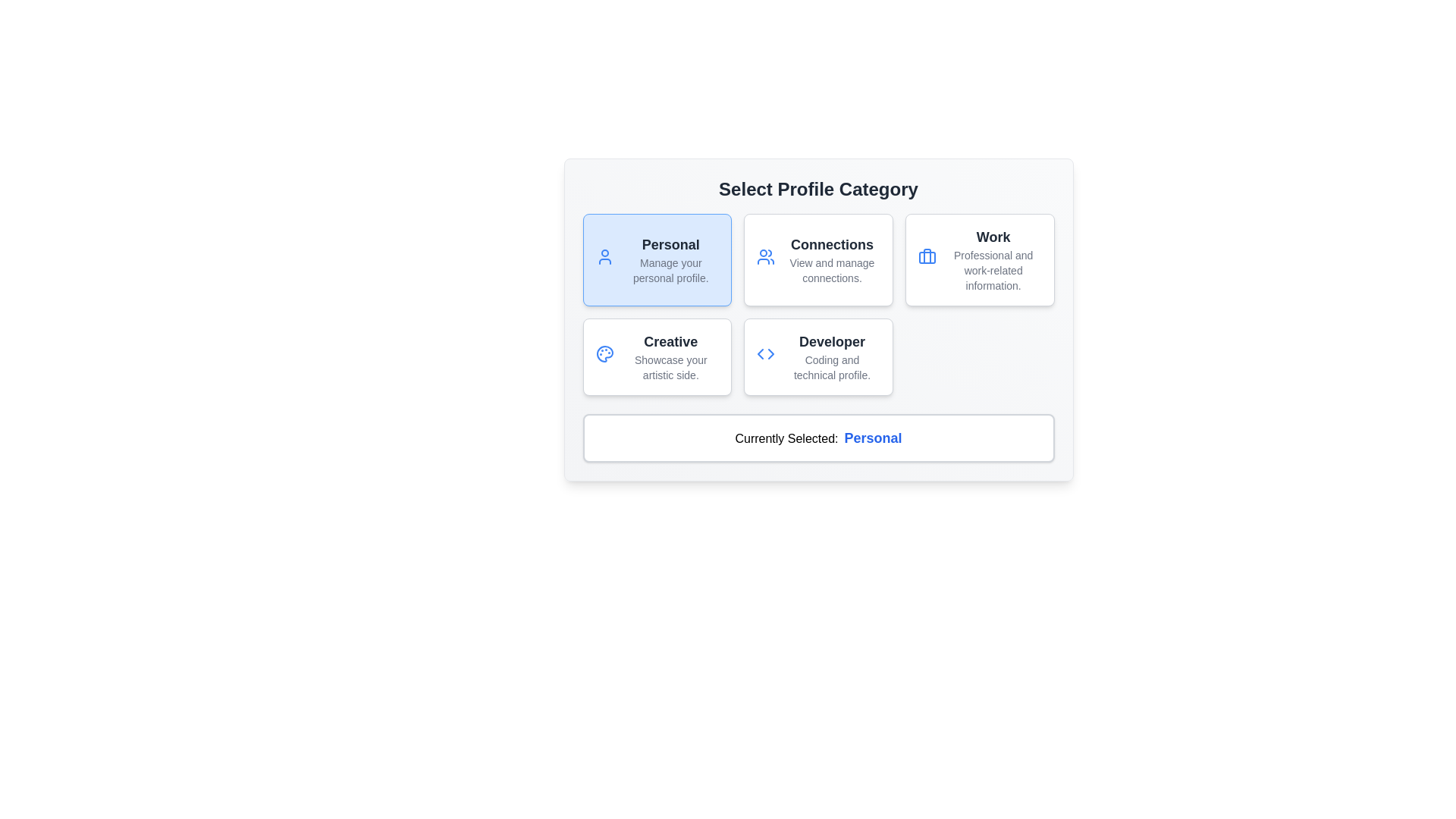 This screenshot has height=819, width=1456. What do you see at coordinates (670, 270) in the screenshot?
I see `the static text label that provides a brief description of the 'Personal' card located within the 'Select Profile Category' section, positioned directly below the title 'Personal'` at bounding box center [670, 270].